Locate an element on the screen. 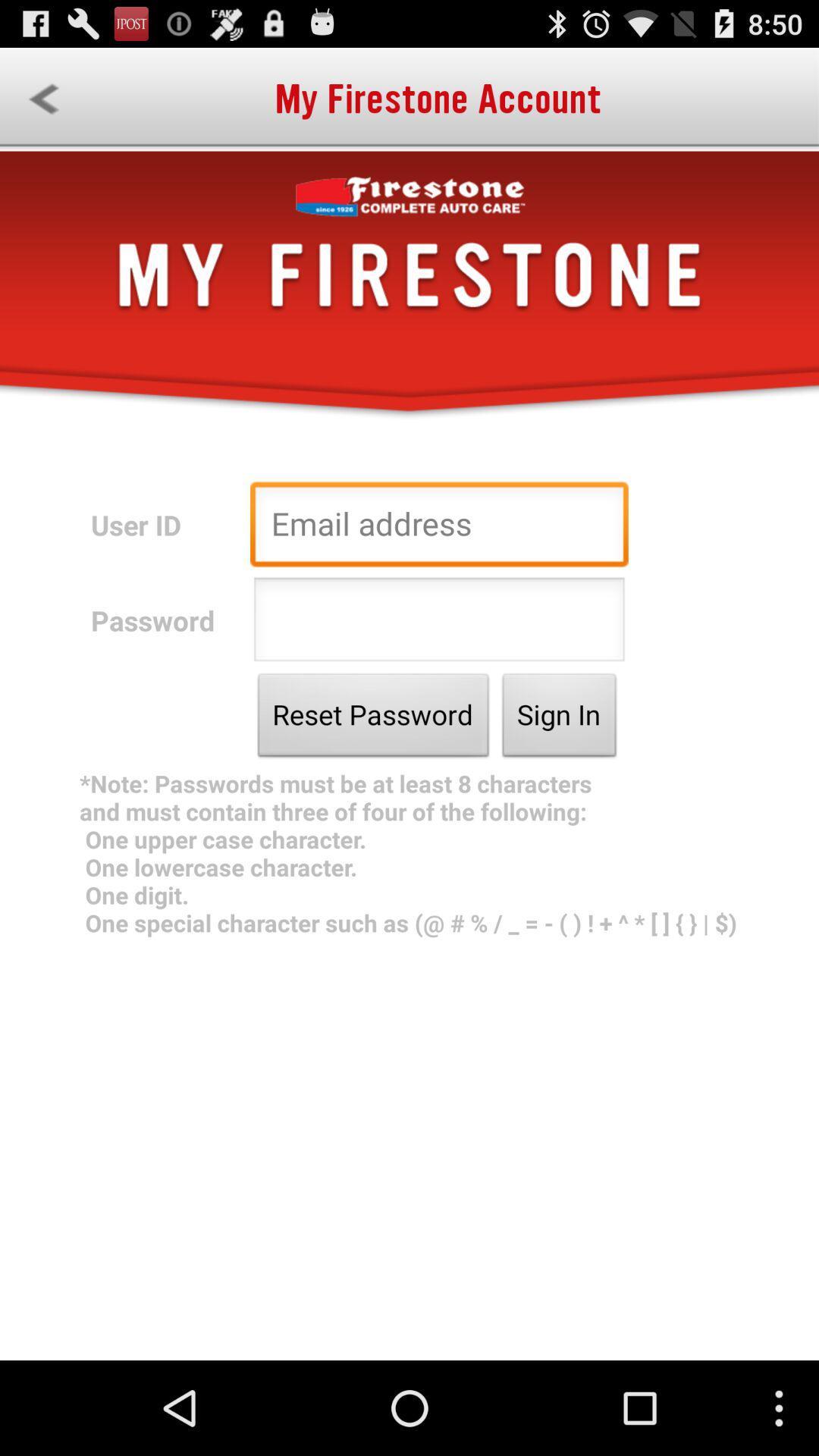  sign in item is located at coordinates (559, 718).